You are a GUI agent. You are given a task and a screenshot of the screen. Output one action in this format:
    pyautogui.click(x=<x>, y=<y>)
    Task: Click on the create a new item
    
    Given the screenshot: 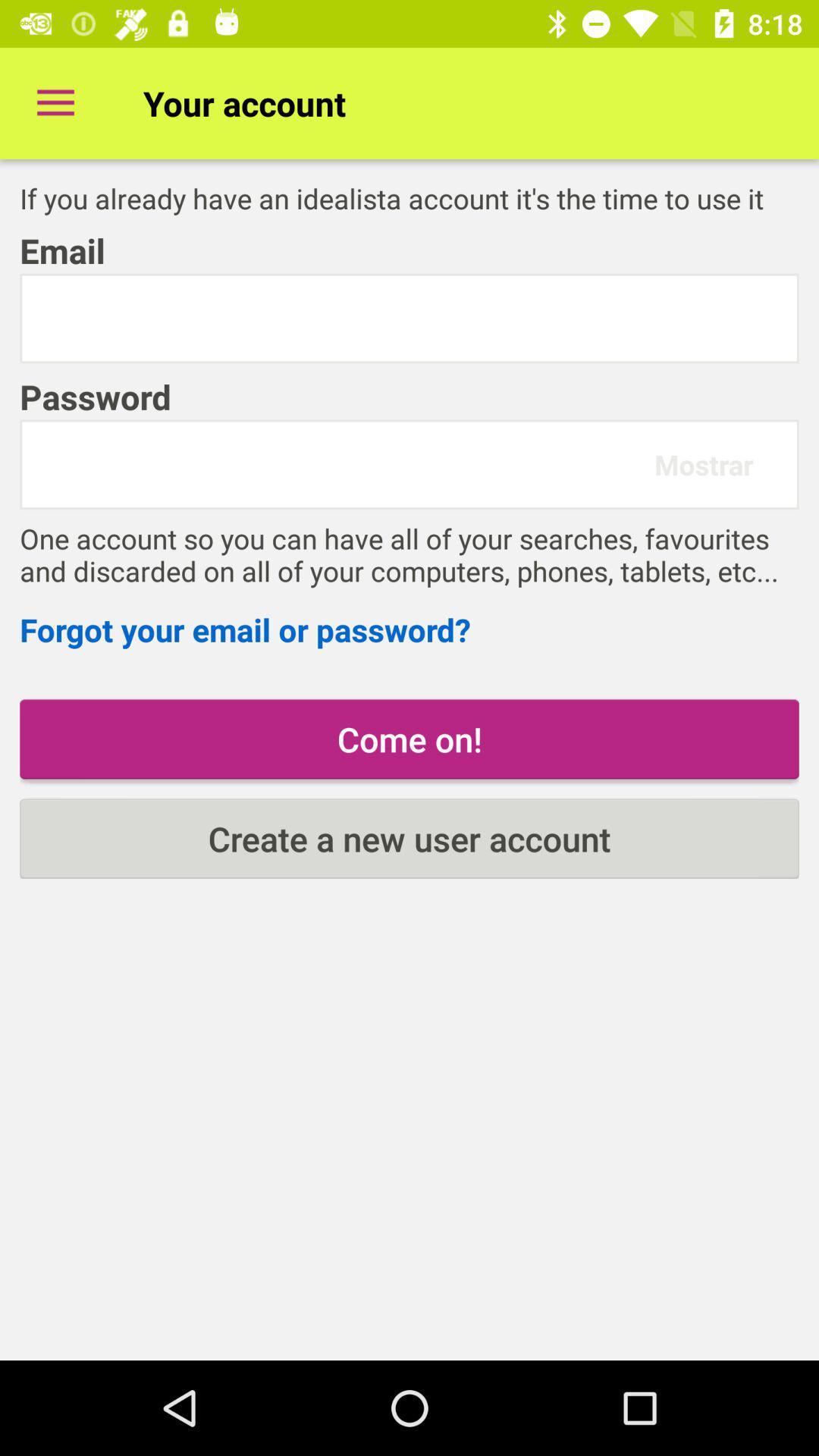 What is the action you would take?
    pyautogui.click(x=409, y=838)
    